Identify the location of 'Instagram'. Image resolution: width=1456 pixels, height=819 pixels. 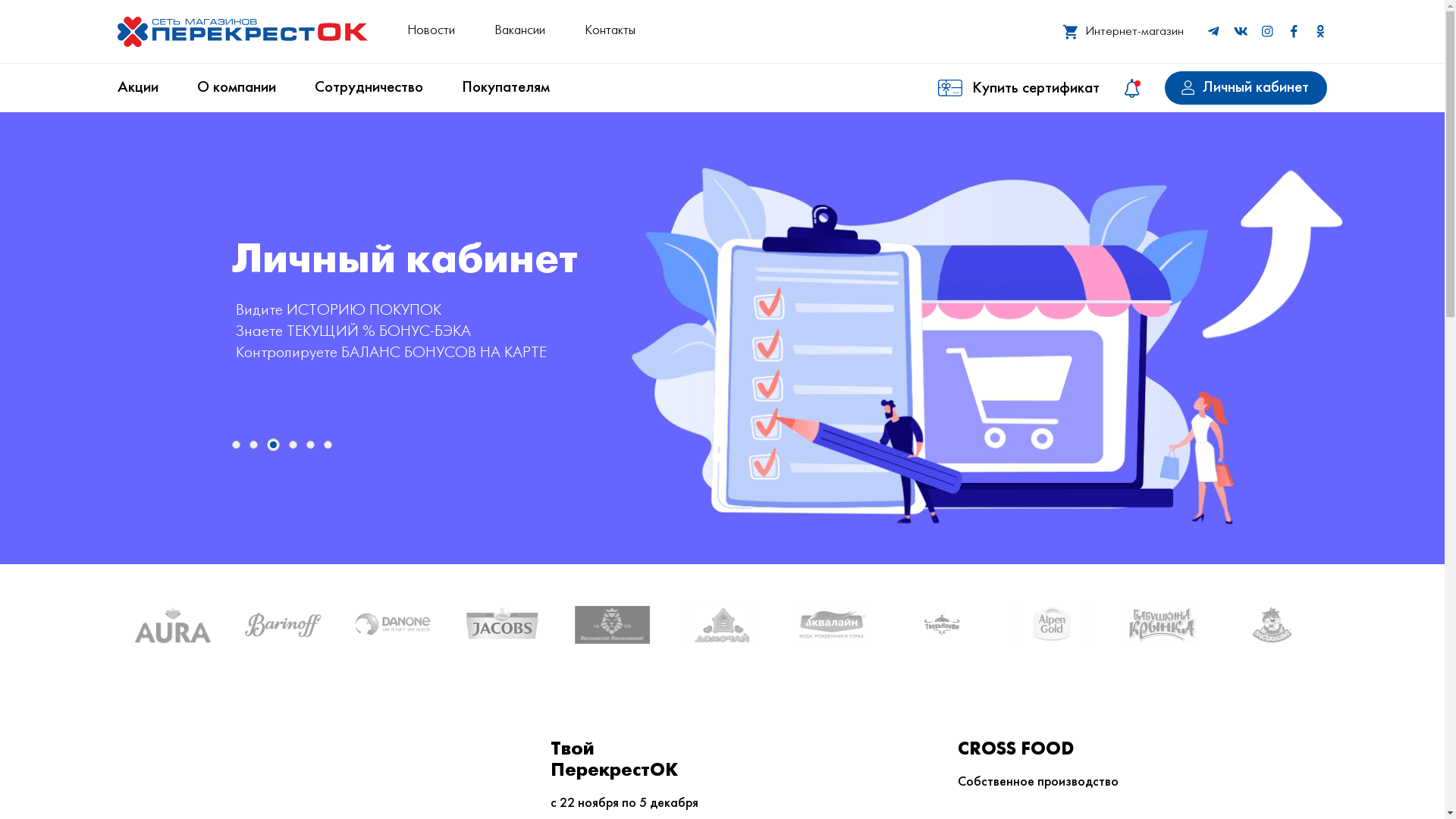
(1266, 31).